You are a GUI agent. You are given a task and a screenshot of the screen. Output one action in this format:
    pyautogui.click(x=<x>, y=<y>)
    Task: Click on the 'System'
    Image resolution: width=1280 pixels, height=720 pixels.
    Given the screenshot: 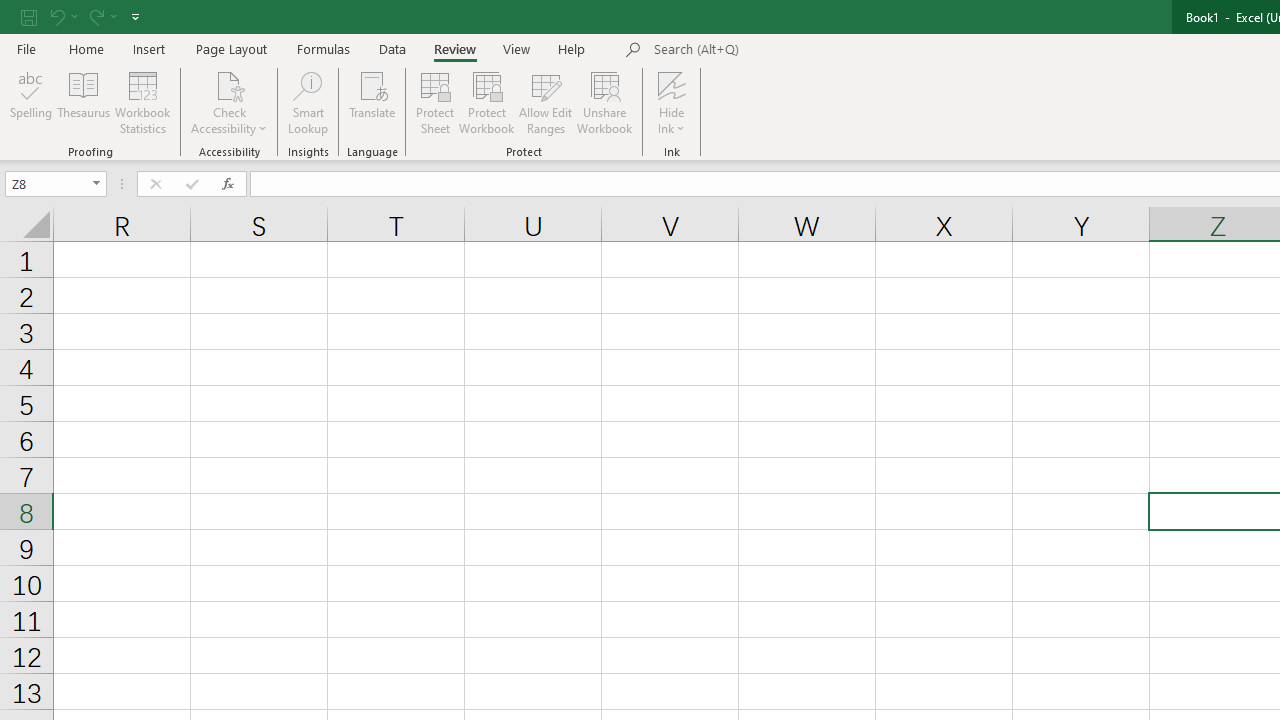 What is the action you would take?
    pyautogui.click(x=10, y=11)
    